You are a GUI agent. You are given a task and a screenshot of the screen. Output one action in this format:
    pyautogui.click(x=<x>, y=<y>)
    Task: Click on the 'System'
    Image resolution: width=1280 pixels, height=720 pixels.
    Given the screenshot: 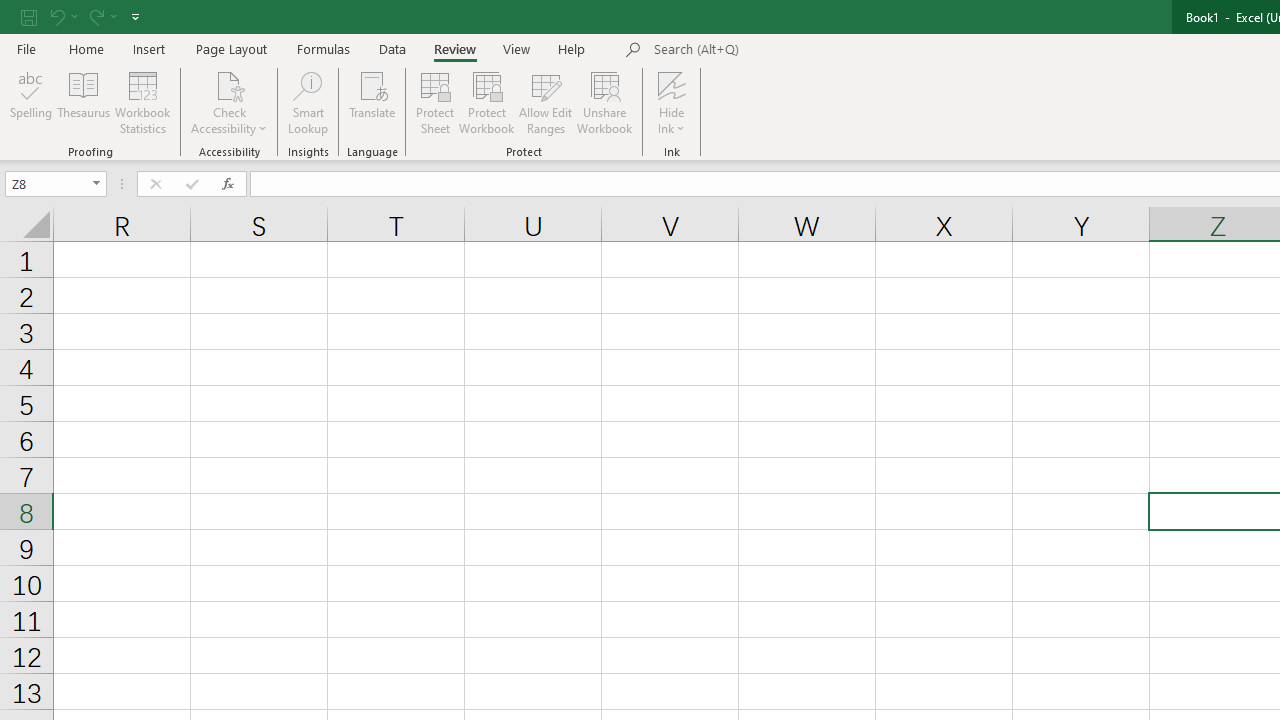 What is the action you would take?
    pyautogui.click(x=10, y=11)
    